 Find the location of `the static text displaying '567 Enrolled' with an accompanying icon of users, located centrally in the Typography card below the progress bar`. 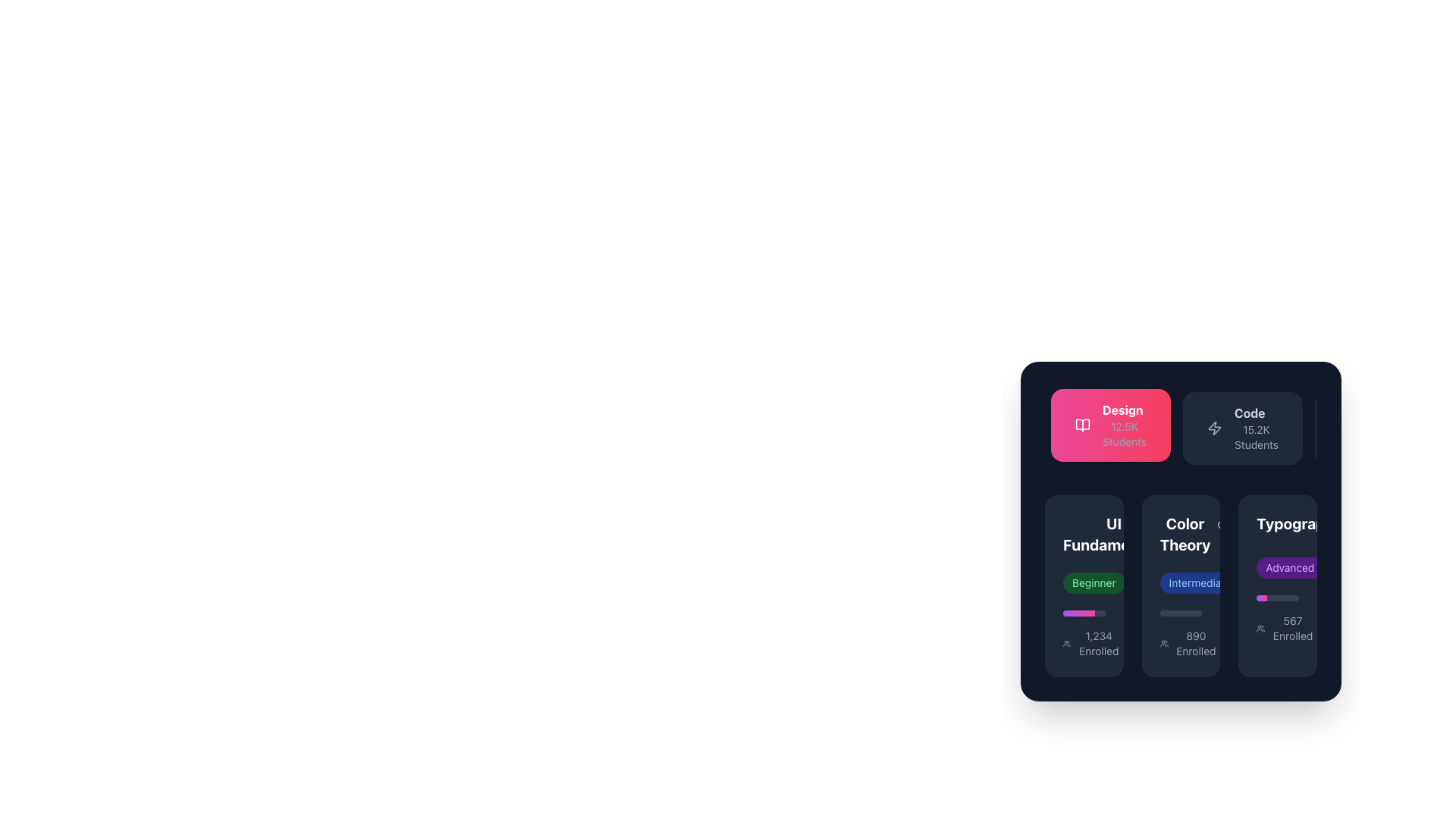

the static text displaying '567 Enrolled' with an accompanying icon of users, located centrally in the Typography card below the progress bar is located at coordinates (1285, 629).